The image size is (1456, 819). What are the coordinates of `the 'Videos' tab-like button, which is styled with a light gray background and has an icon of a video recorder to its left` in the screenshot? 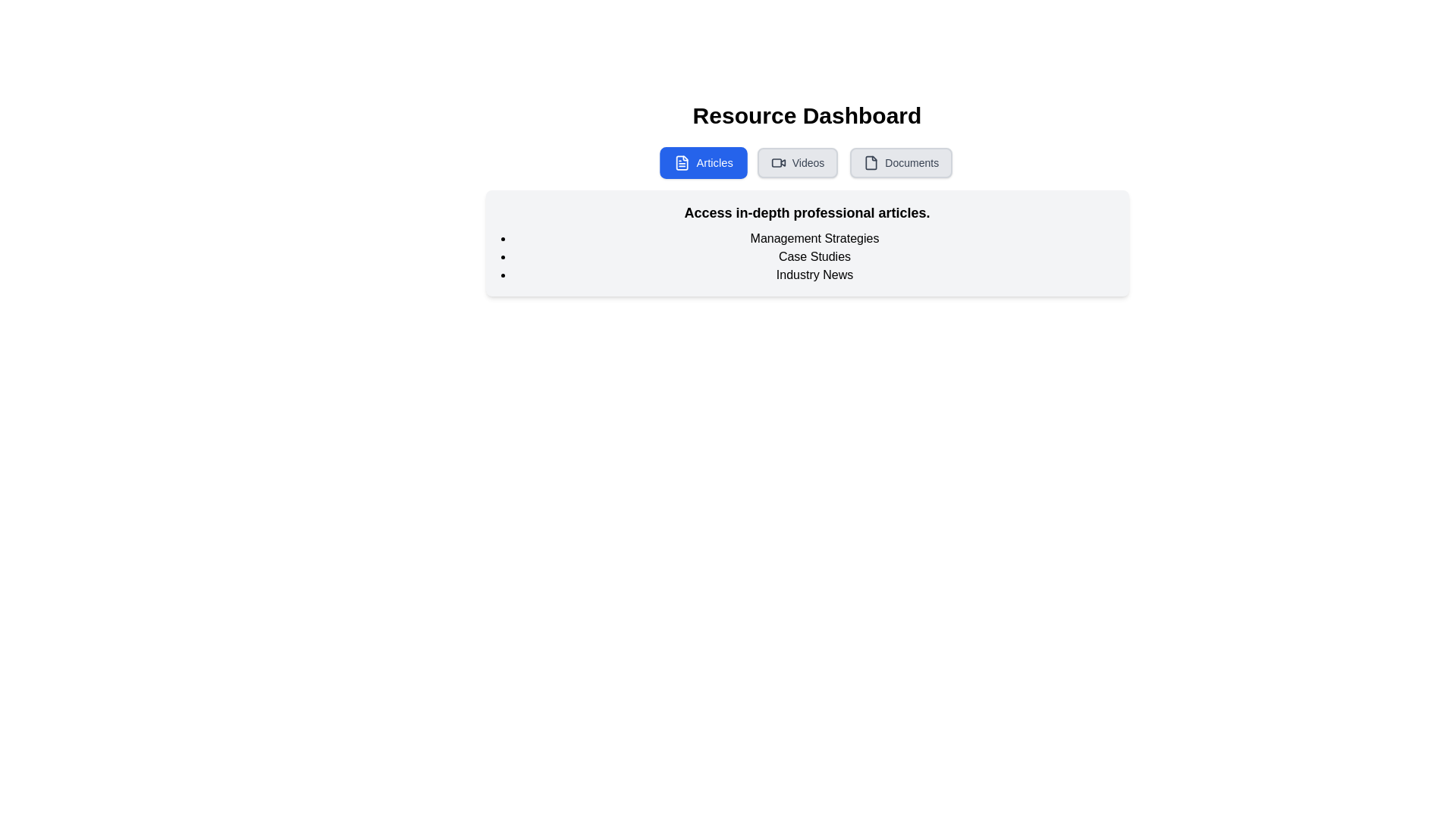 It's located at (796, 163).